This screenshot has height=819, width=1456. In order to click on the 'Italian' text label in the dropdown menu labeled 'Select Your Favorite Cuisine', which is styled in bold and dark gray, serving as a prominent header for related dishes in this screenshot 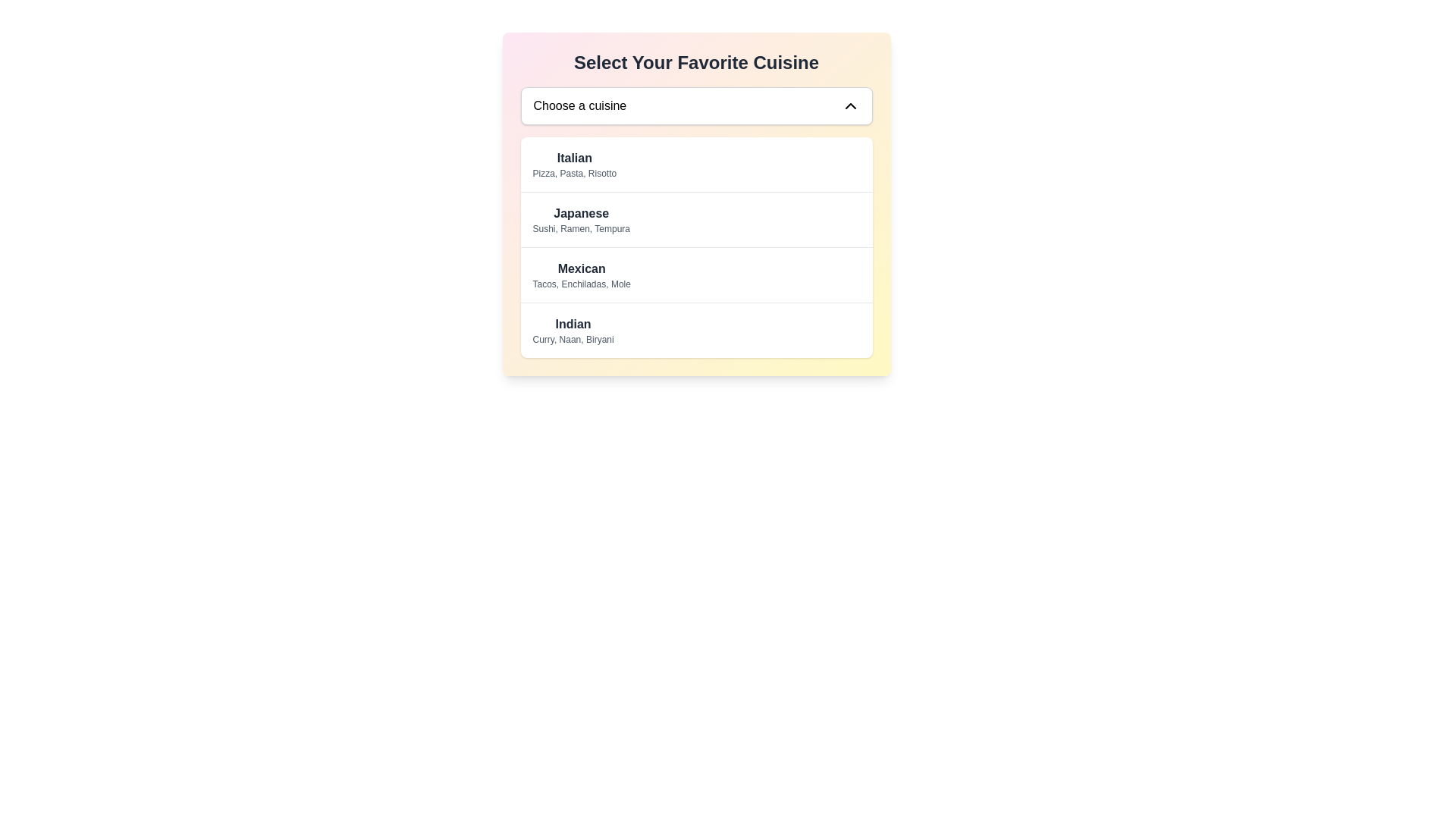, I will do `click(573, 158)`.